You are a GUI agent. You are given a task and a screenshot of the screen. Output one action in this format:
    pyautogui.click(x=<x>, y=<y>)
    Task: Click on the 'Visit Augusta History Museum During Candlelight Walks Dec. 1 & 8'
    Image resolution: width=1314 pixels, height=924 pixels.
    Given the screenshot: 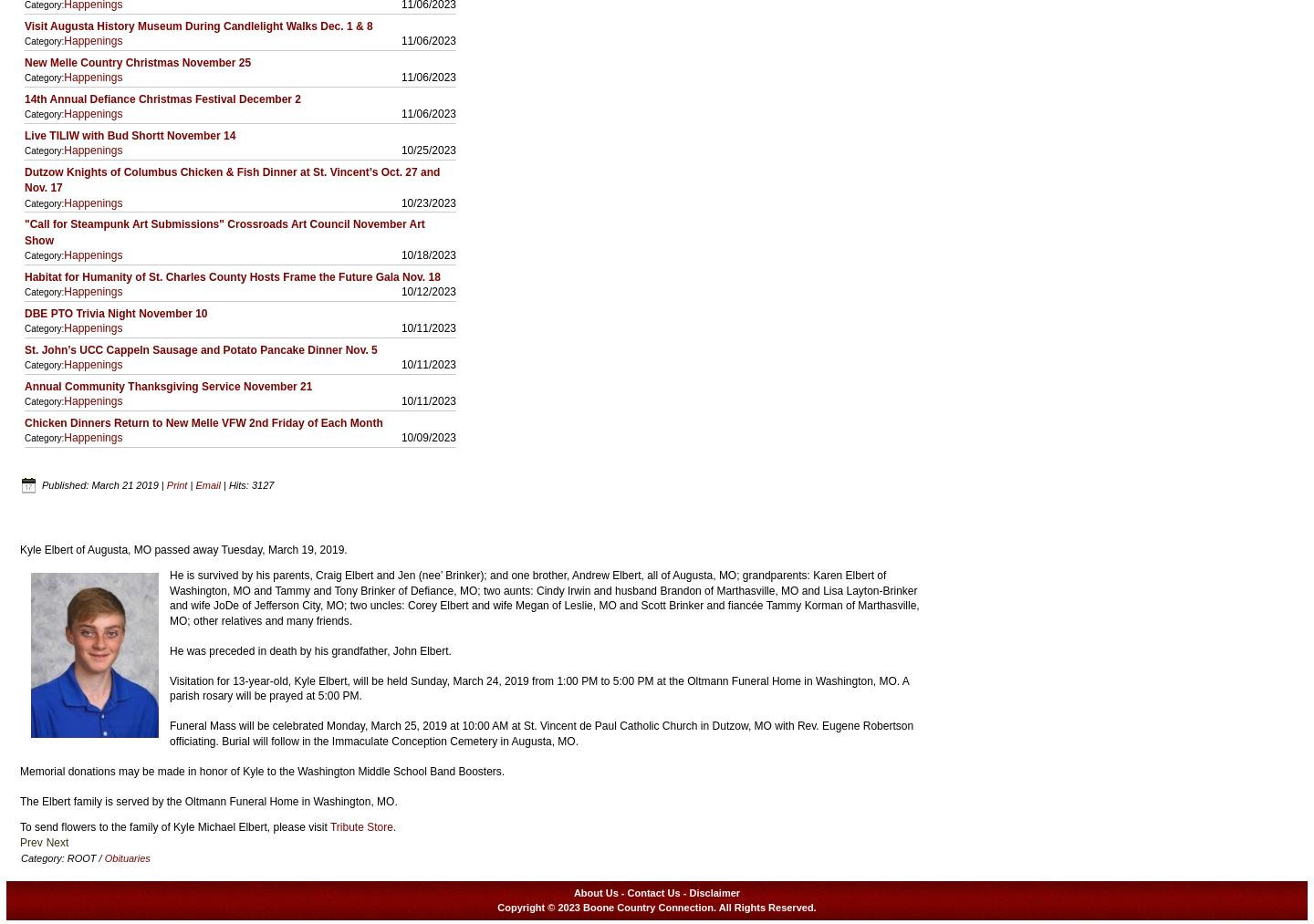 What is the action you would take?
    pyautogui.click(x=198, y=24)
    